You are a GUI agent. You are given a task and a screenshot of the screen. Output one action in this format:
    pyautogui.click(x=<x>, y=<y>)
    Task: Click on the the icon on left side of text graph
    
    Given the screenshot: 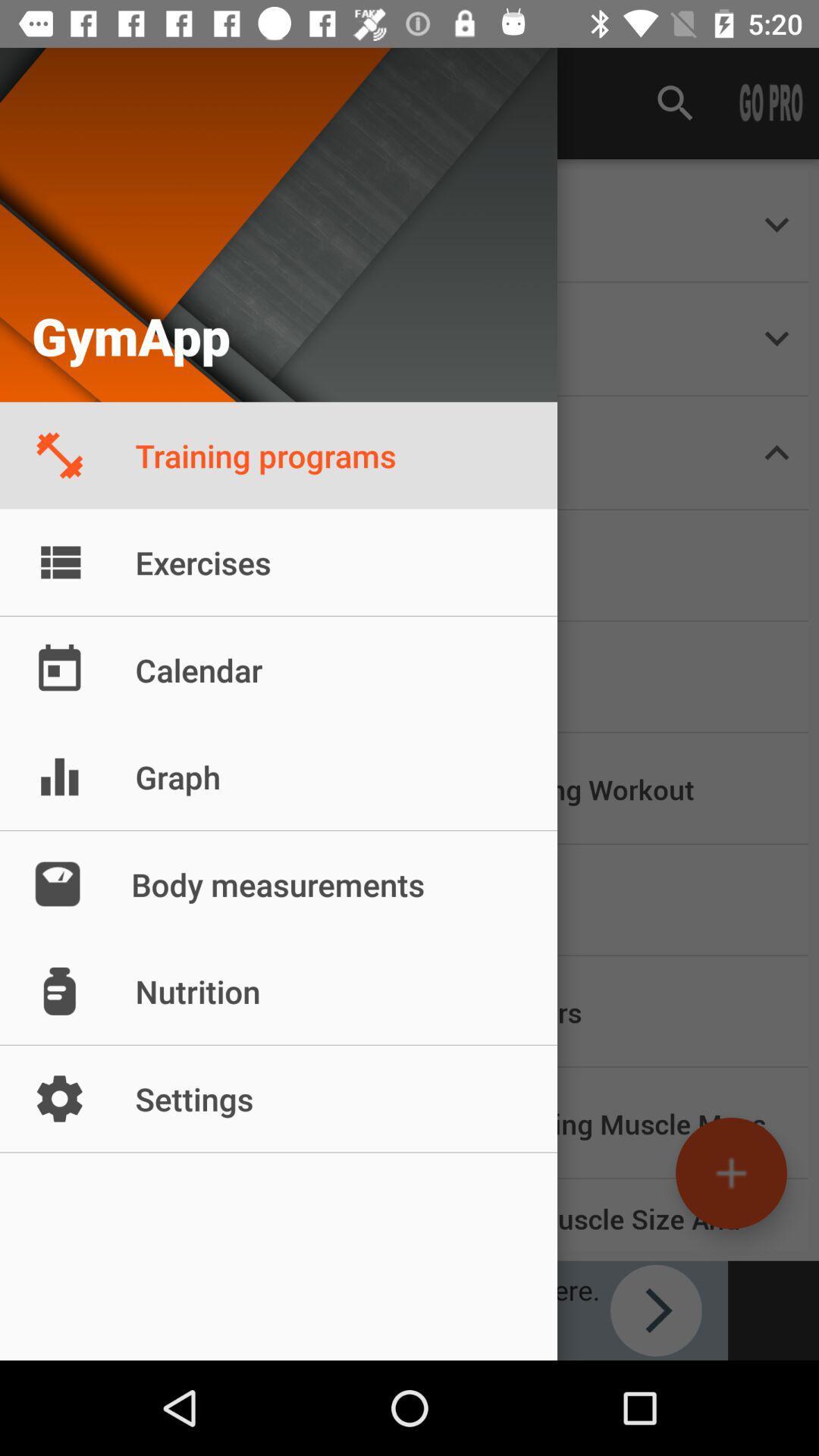 What is the action you would take?
    pyautogui.click(x=58, y=777)
    